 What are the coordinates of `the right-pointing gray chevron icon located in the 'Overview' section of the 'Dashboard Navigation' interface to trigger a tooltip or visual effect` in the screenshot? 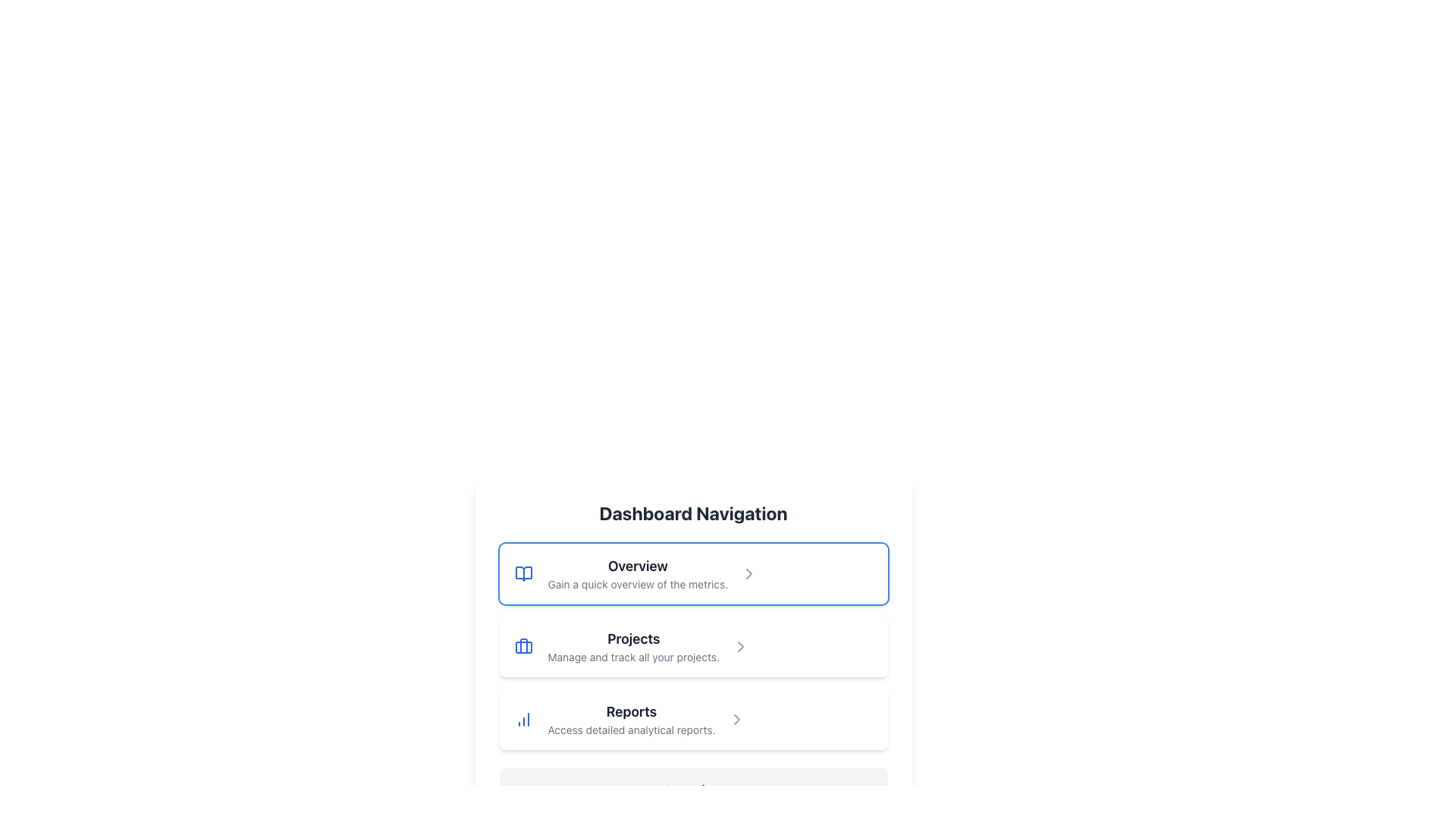 It's located at (749, 573).